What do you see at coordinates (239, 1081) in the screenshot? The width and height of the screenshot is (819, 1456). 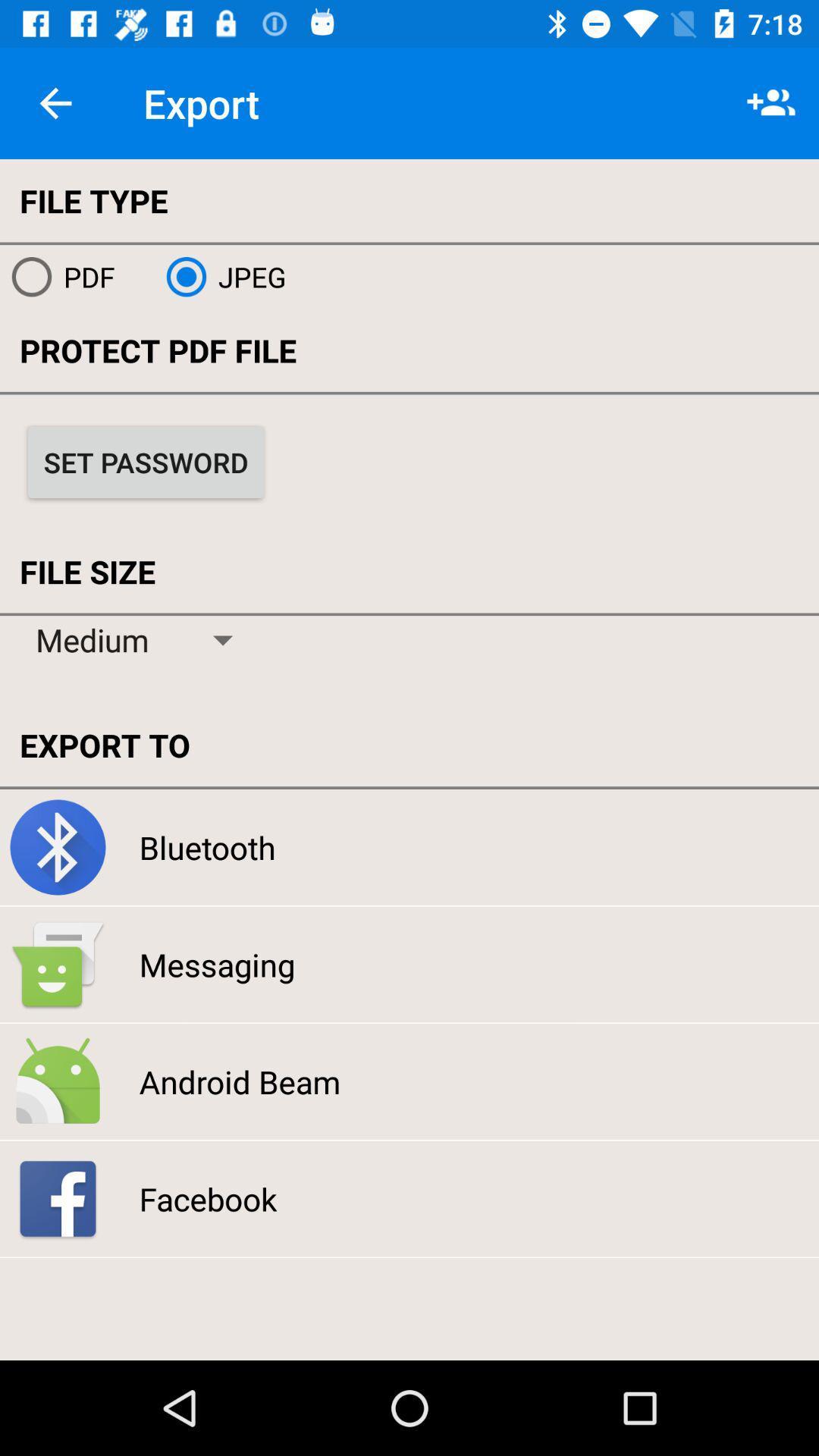 I see `the icon above facebook icon` at bounding box center [239, 1081].